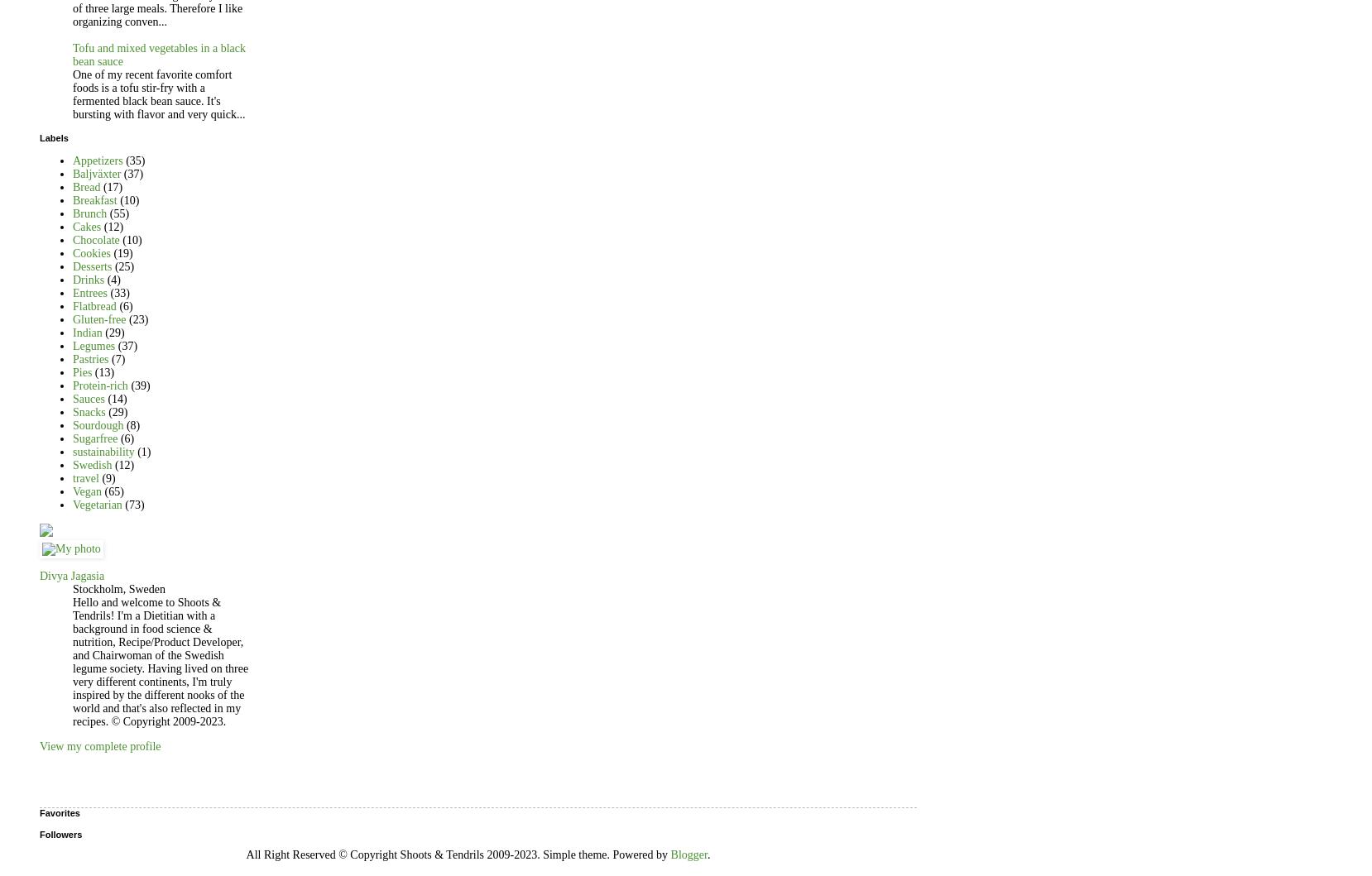 This screenshot has width=1372, height=876. I want to click on '(13)', so click(103, 372).